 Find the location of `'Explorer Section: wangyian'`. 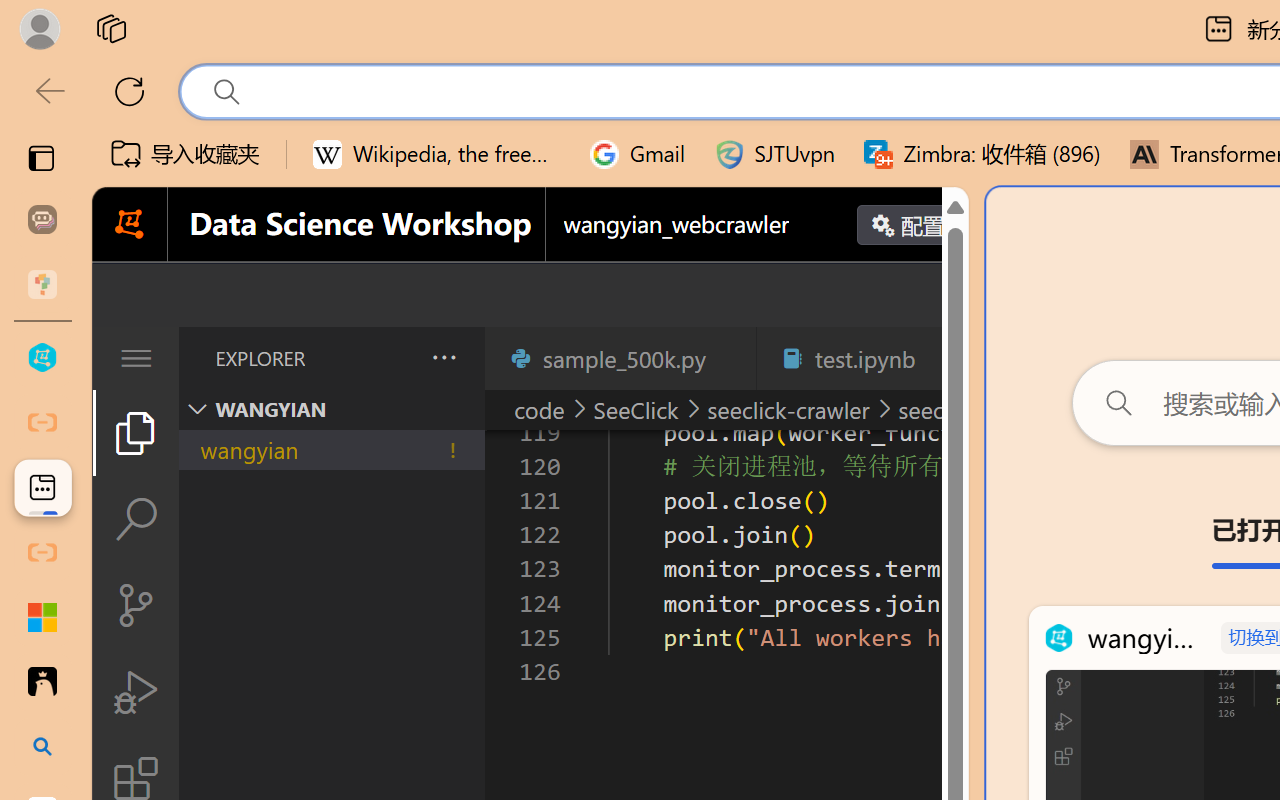

'Explorer Section: wangyian' is located at coordinates (331, 409).